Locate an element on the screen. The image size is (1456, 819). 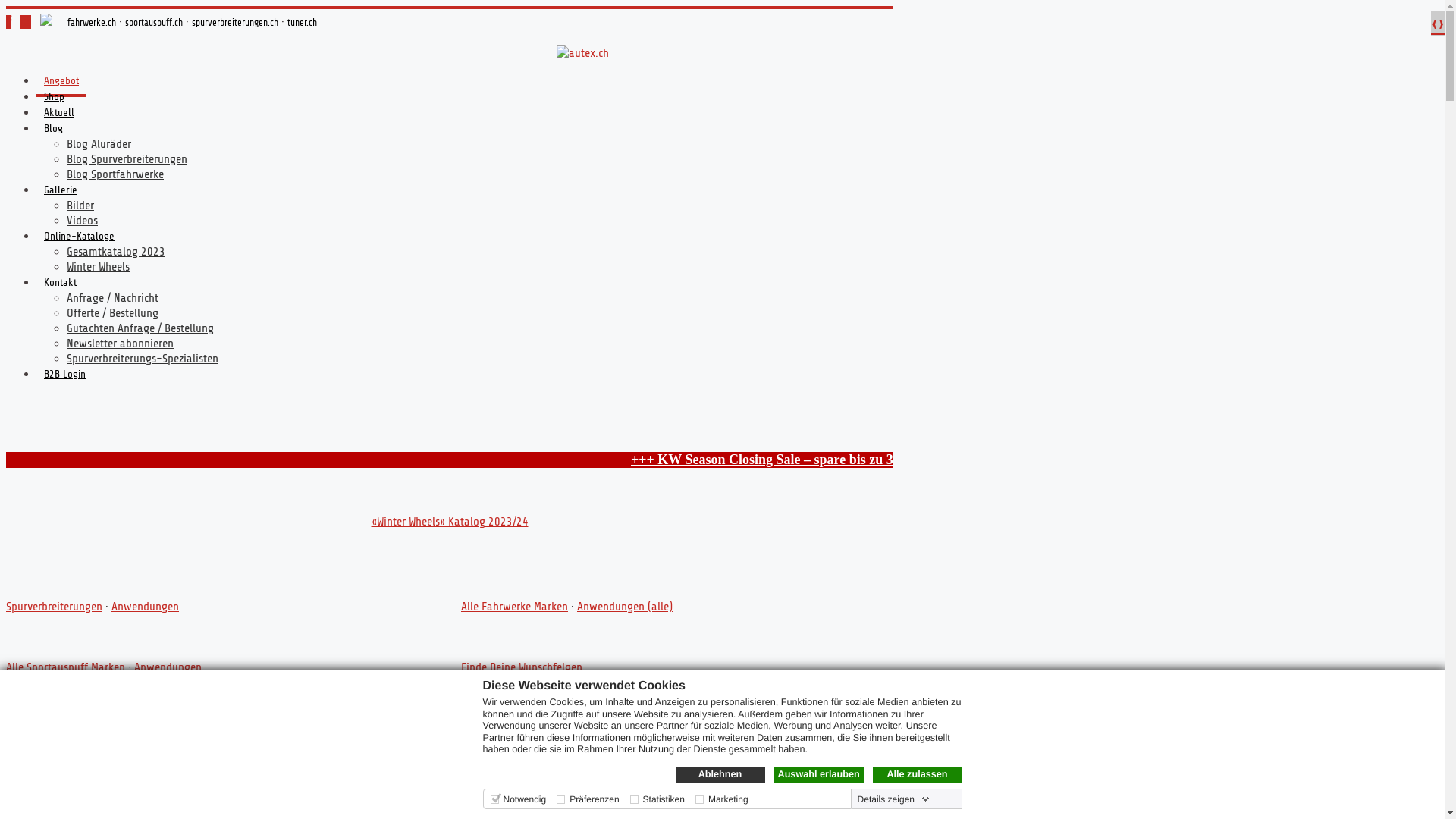
'Gesamtkatalog 2023' is located at coordinates (115, 250).